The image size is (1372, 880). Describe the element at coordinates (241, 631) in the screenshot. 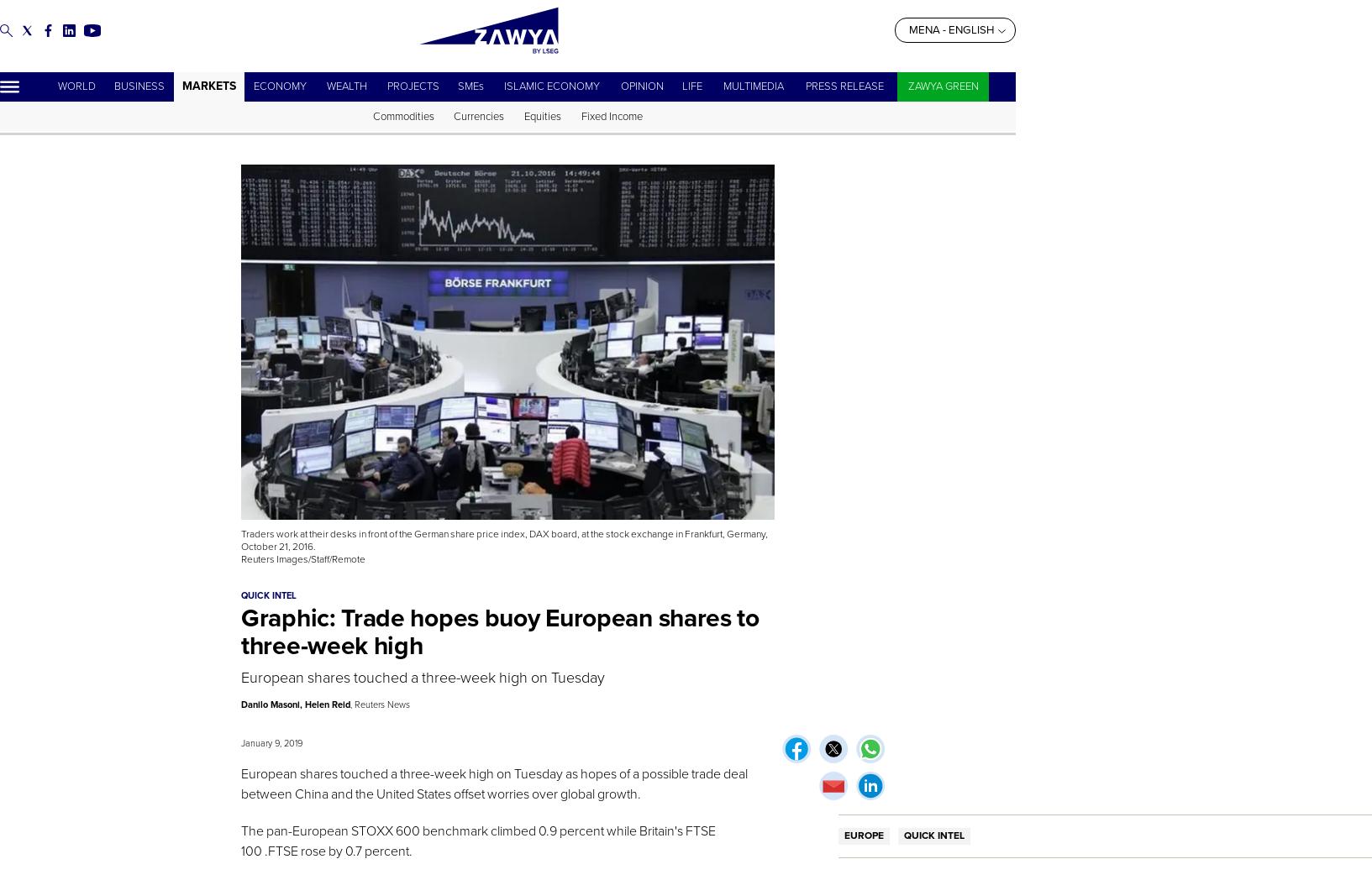

I see `'Graphic: Trade hopes buoy European shares to three-week high'` at that location.